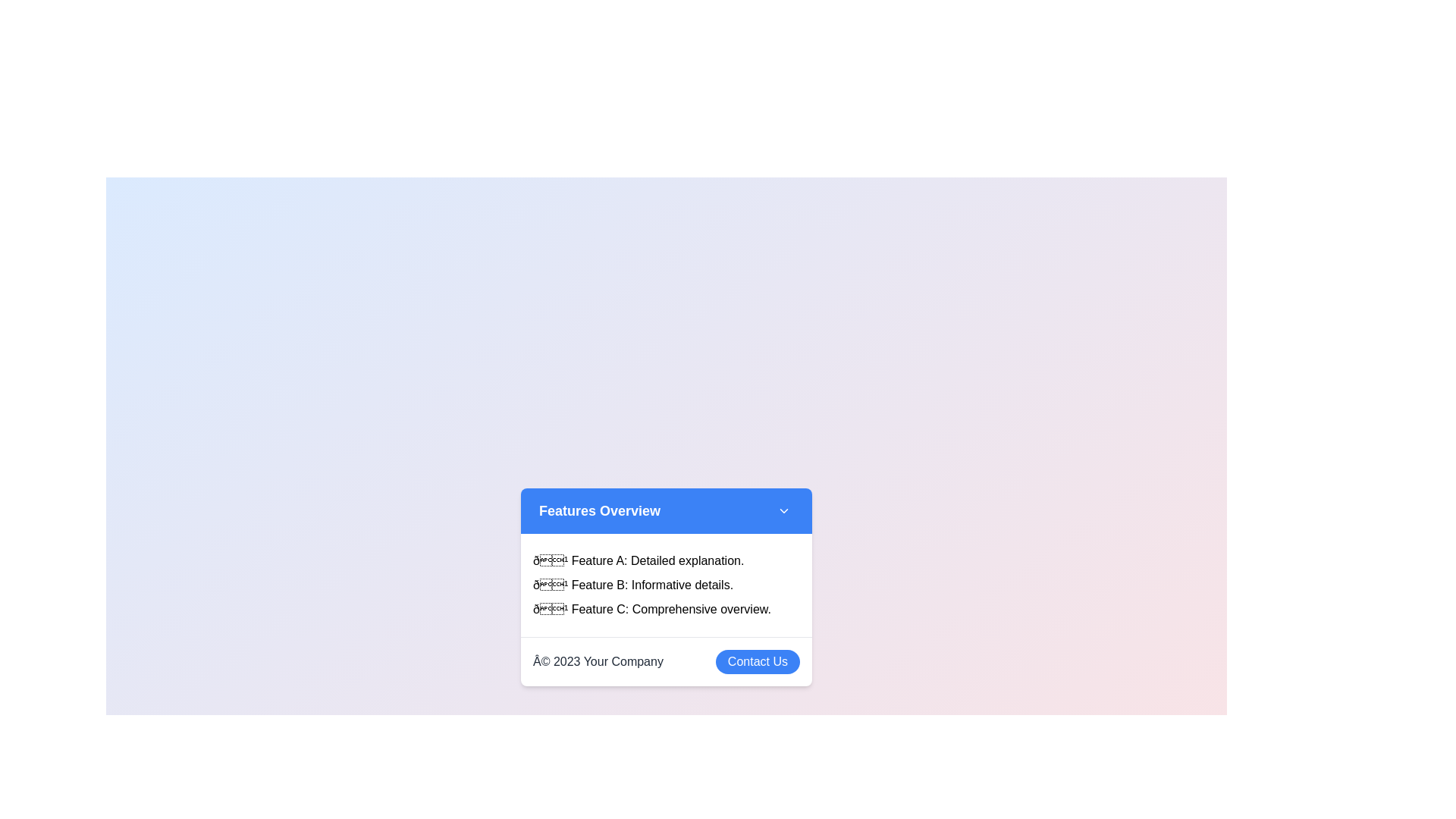 The image size is (1456, 819). What do you see at coordinates (666, 584) in the screenshot?
I see `the component line from the Text list element which displays multiple features under the 'Features Overview' dropdown header` at bounding box center [666, 584].